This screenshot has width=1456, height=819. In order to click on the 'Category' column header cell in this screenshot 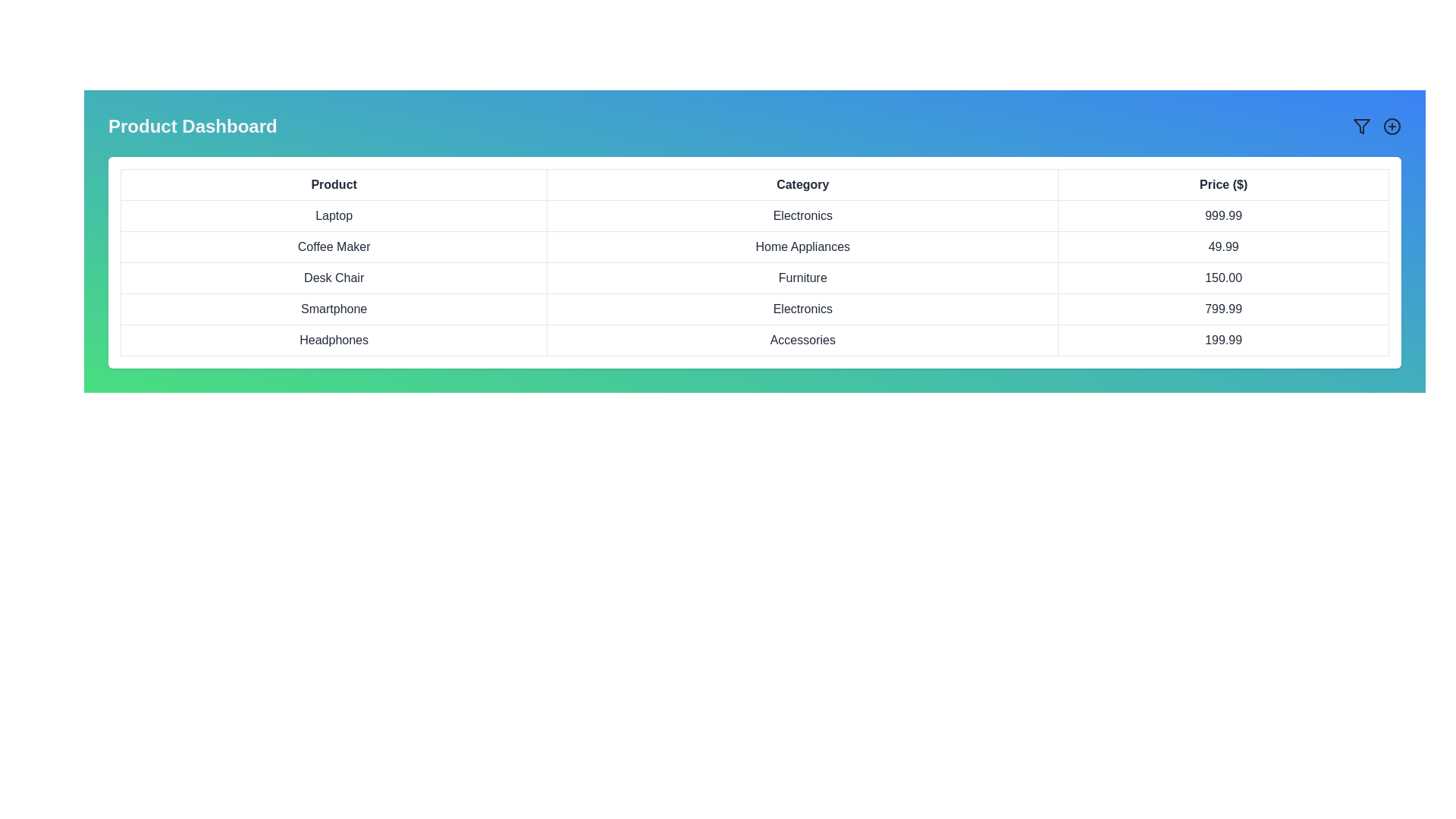, I will do `click(802, 184)`.